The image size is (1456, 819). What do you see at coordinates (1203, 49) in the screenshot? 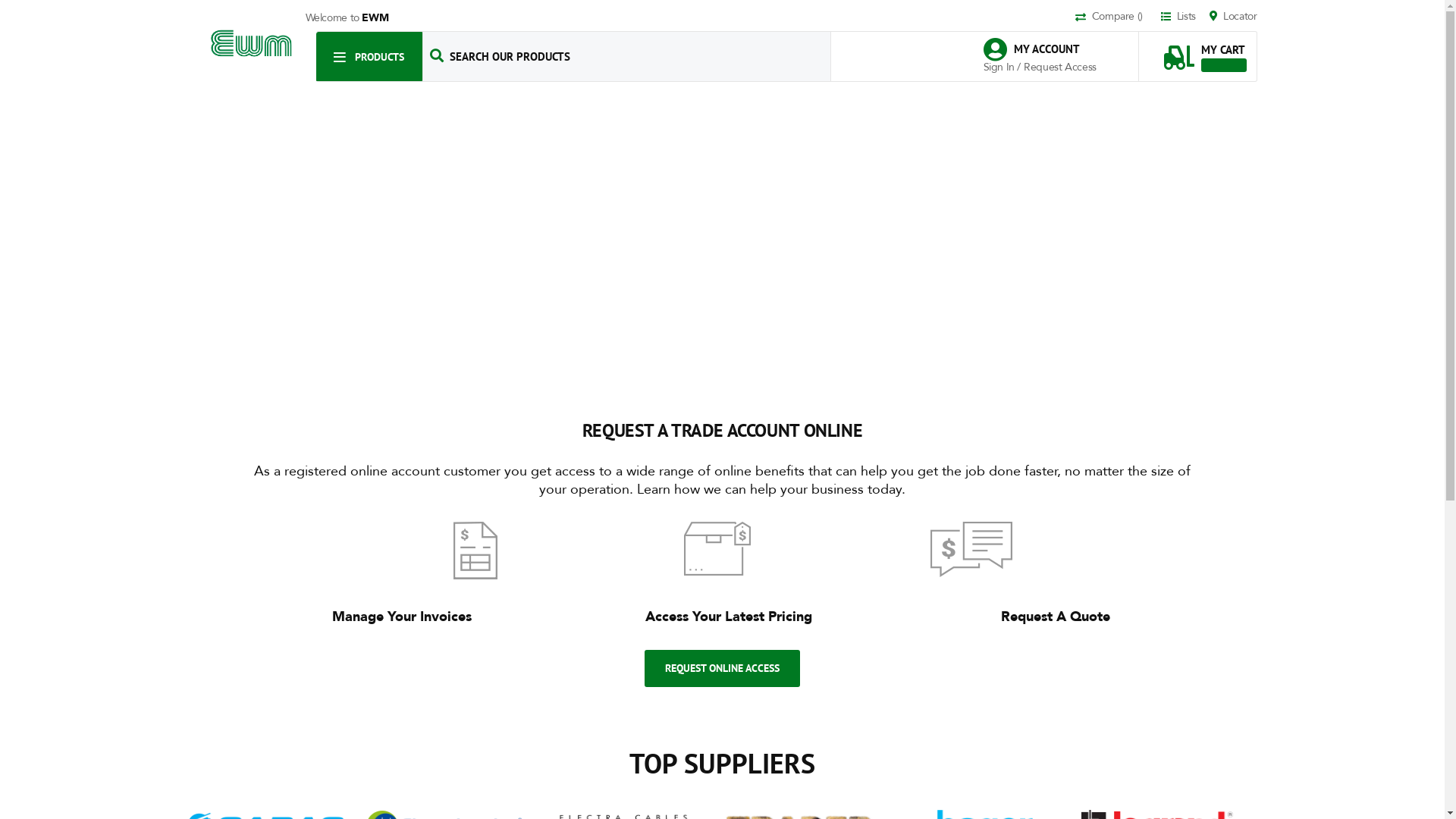
I see `'MY CART'` at bounding box center [1203, 49].